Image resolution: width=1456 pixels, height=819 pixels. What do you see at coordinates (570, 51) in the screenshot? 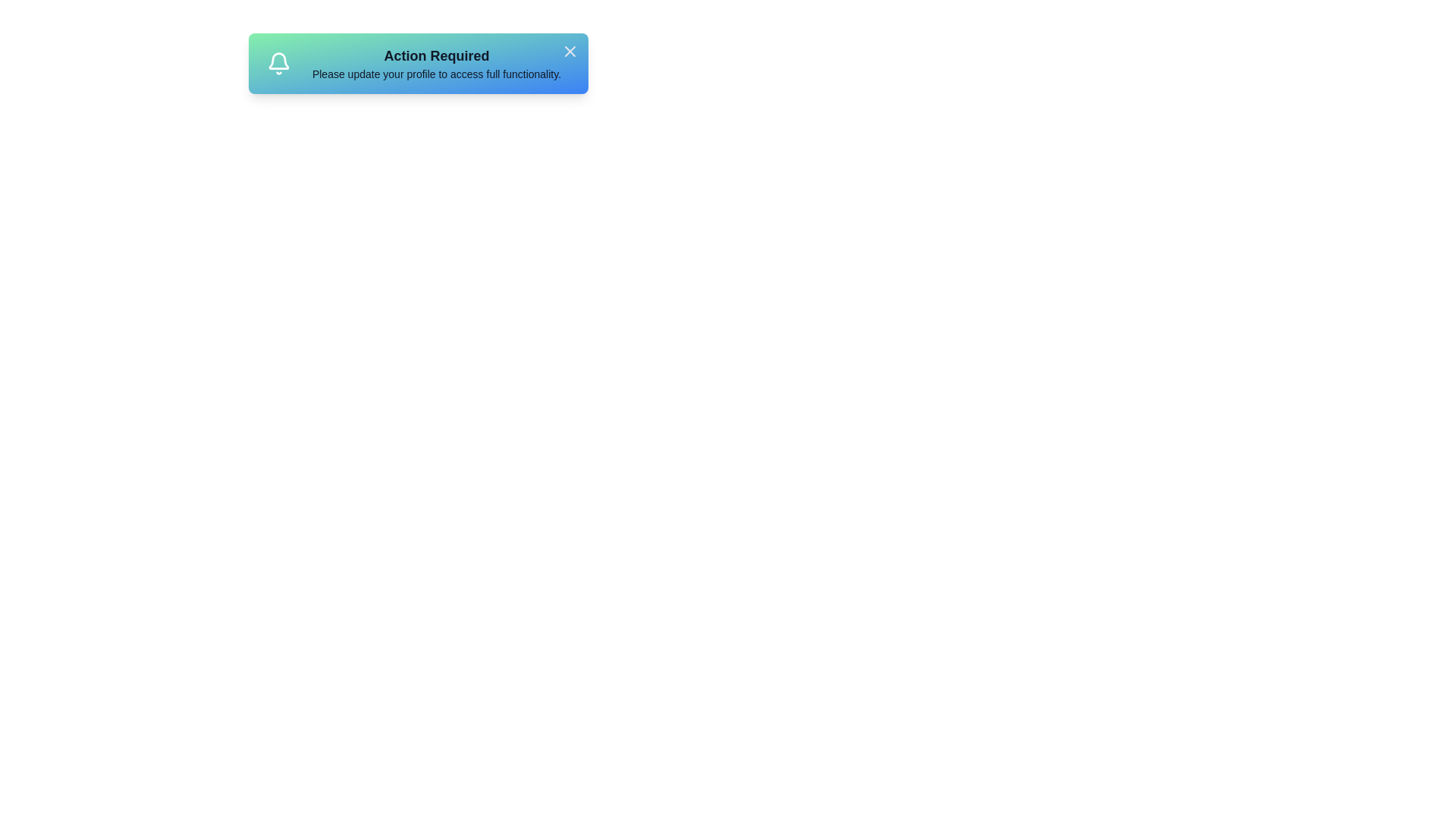
I see `close button on the notification card to dismiss it` at bounding box center [570, 51].